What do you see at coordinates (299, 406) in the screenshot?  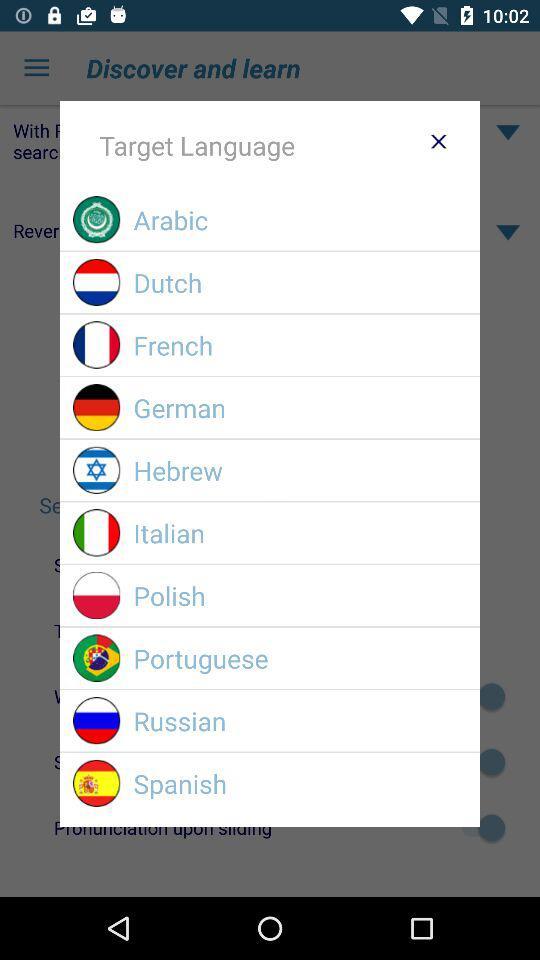 I see `the german` at bounding box center [299, 406].